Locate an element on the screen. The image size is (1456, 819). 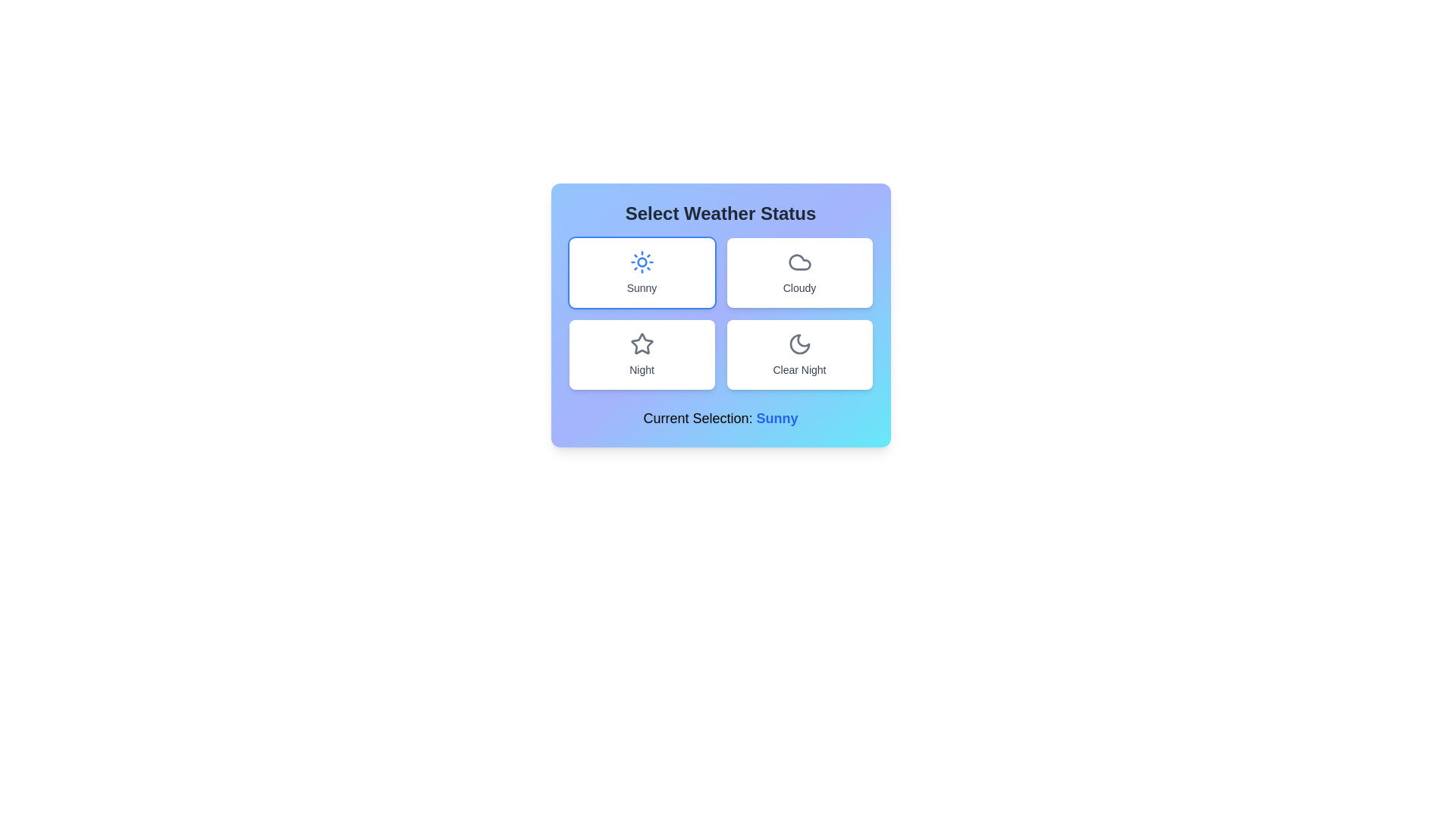
the 'Clear Night' text label, which indicates the weather condition and is located beneath the moon icon in the bottom-right option of the weather status selection grid is located at coordinates (799, 370).